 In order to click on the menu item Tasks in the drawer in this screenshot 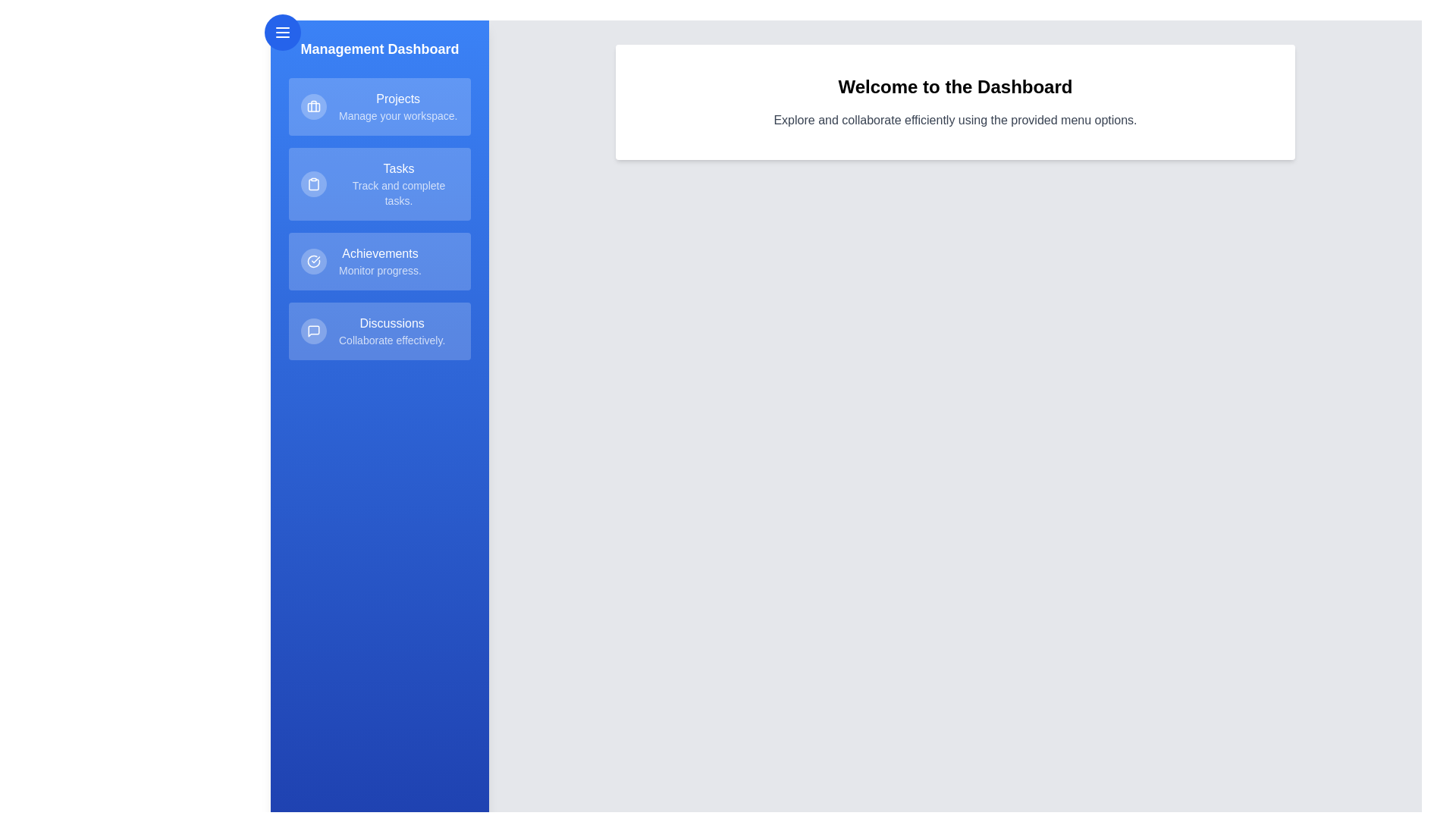, I will do `click(379, 184)`.